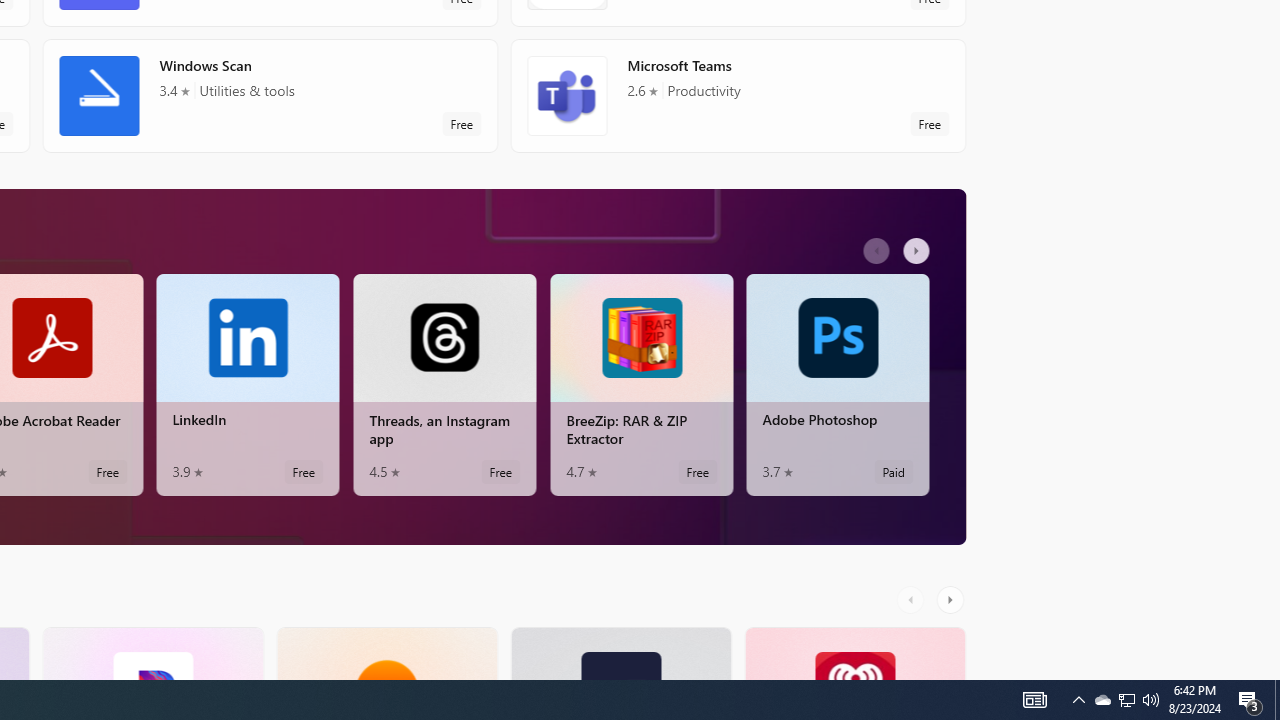 The height and width of the screenshot is (720, 1280). Describe the element at coordinates (246, 384) in the screenshot. I see `'LinkedIn. Average rating of 3.9 out of five stars. Free  '` at that location.